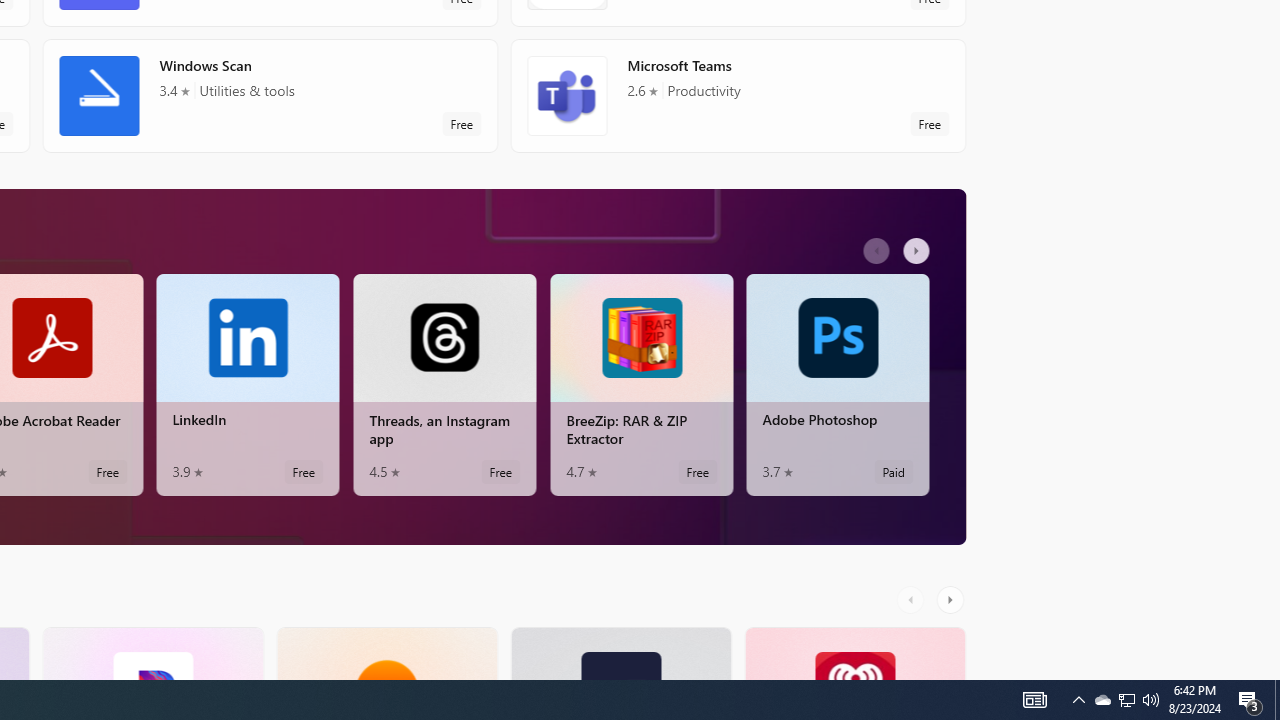 The height and width of the screenshot is (720, 1280). Describe the element at coordinates (246, 384) in the screenshot. I see `'LinkedIn. Average rating of 3.9 out of five stars. Free  '` at that location.